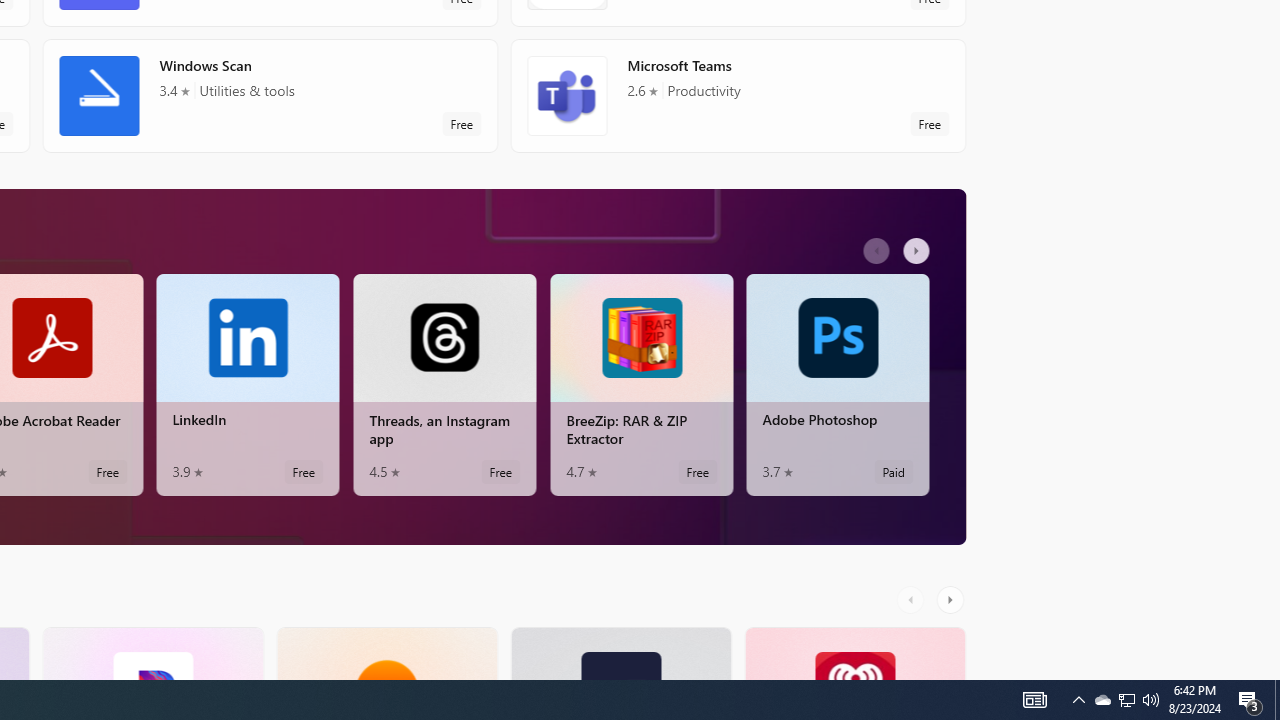 The height and width of the screenshot is (720, 1280). Describe the element at coordinates (246, 384) in the screenshot. I see `'LinkedIn. Average rating of 3.9 out of five stars. Free  '` at that location.